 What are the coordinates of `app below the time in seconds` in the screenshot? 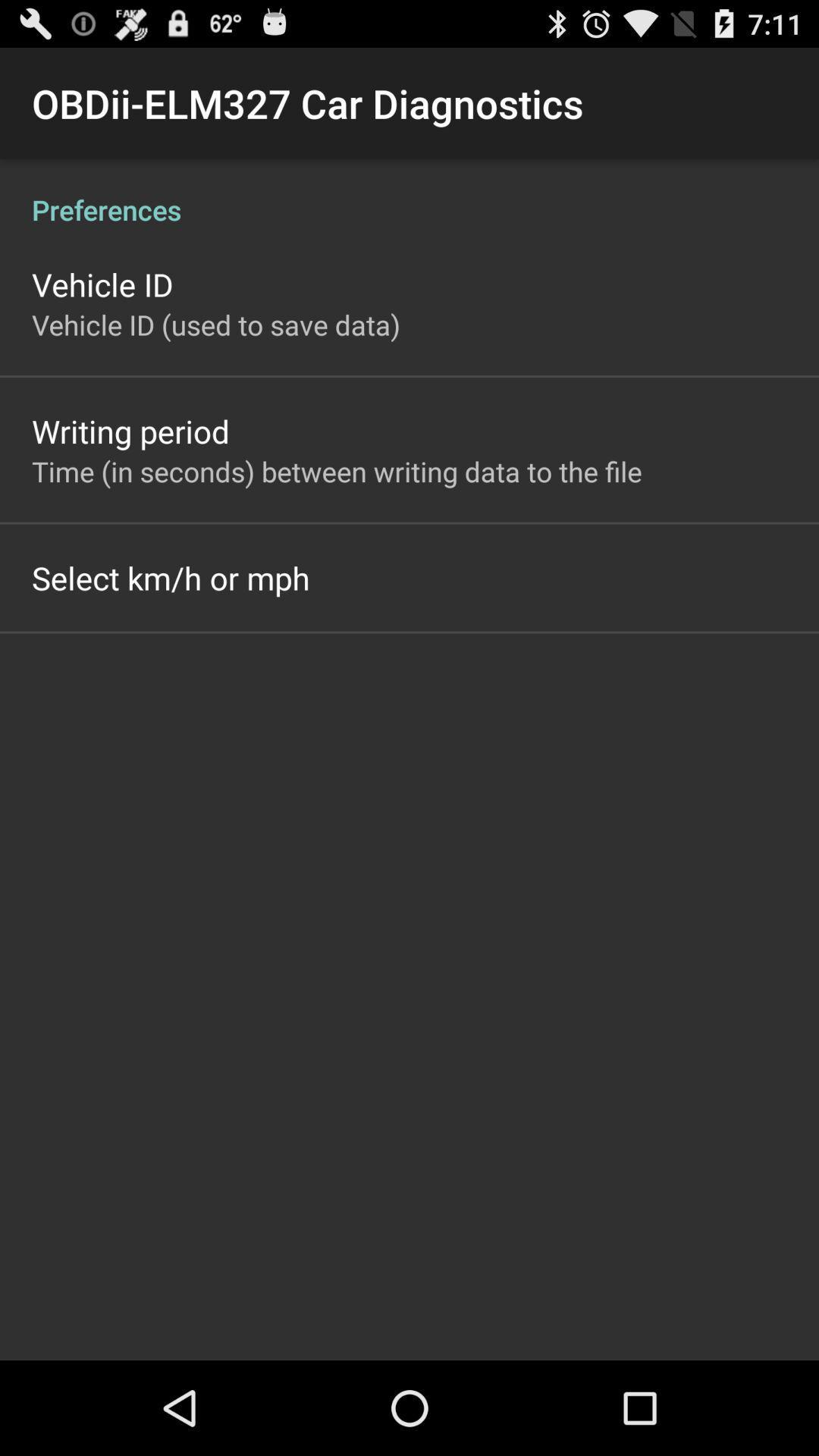 It's located at (171, 577).